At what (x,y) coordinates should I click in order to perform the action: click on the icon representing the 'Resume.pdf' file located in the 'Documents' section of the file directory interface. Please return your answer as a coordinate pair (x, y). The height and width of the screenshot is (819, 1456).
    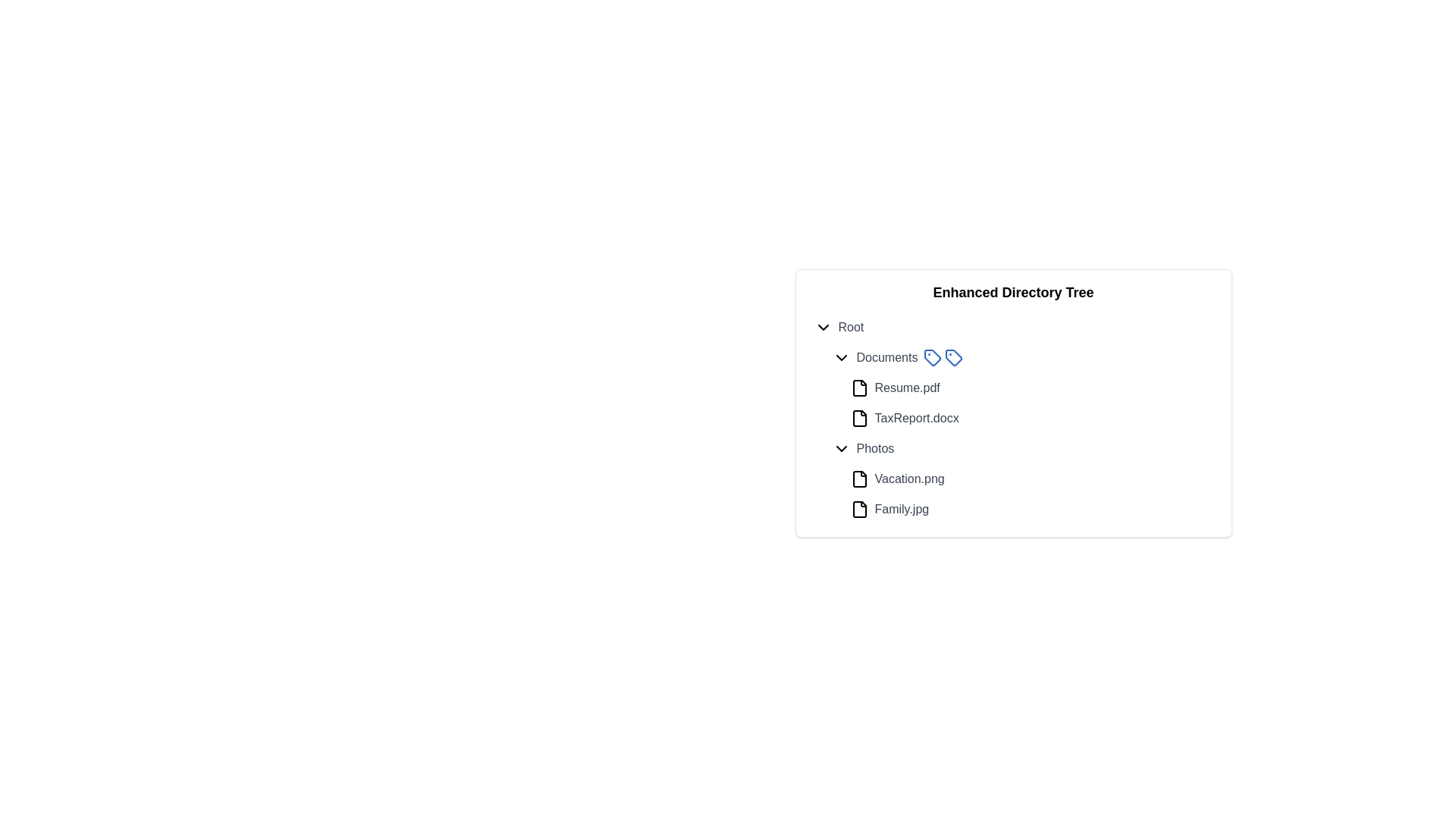
    Looking at the image, I should click on (859, 388).